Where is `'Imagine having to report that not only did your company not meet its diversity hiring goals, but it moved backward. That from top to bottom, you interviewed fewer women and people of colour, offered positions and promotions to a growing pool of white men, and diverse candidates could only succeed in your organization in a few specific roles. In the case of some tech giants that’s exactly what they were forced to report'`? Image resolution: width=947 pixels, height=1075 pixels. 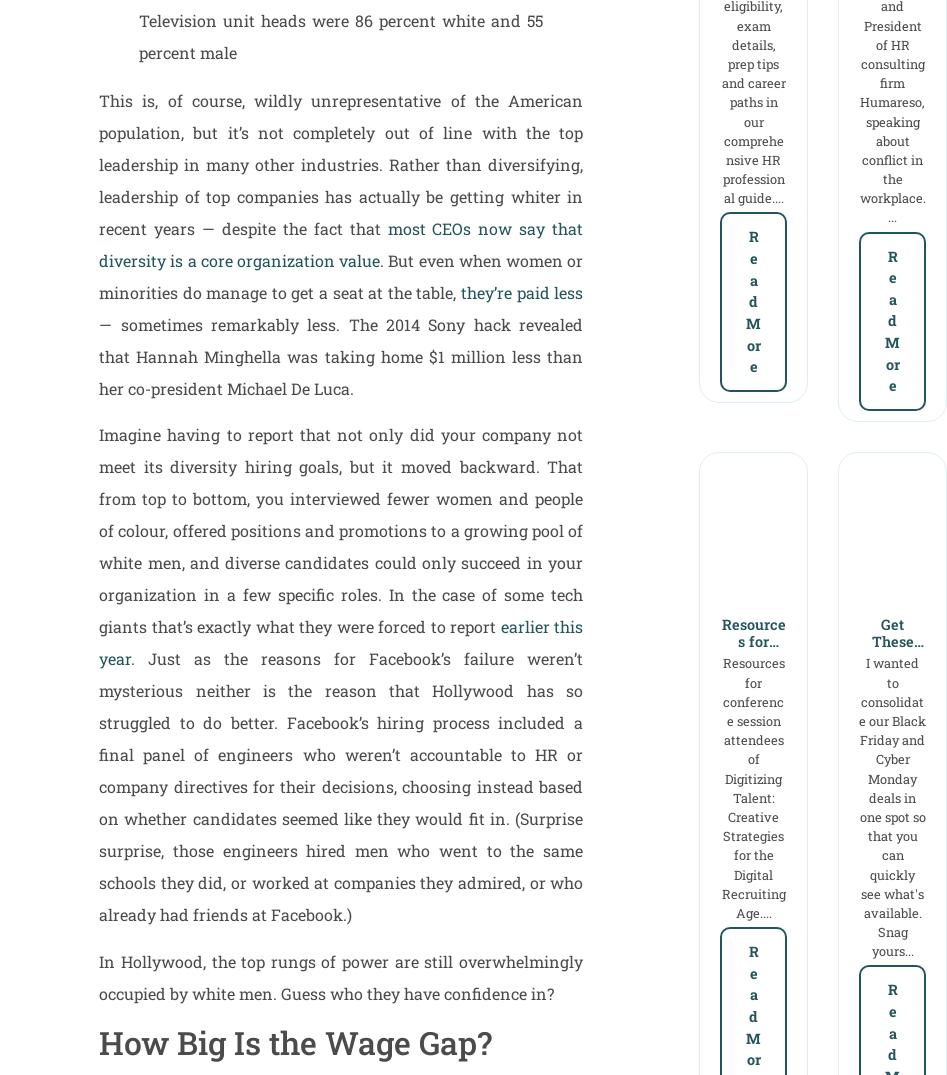 'Imagine having to report that not only did your company not meet its diversity hiring goals, but it moved backward. That from top to bottom, you interviewed fewer women and people of colour, offered positions and promotions to a growing pool of white men, and diverse candidates could only succeed in your organization in a few specific roles. In the case of some tech giants that’s exactly what they were forced to report' is located at coordinates (340, 529).